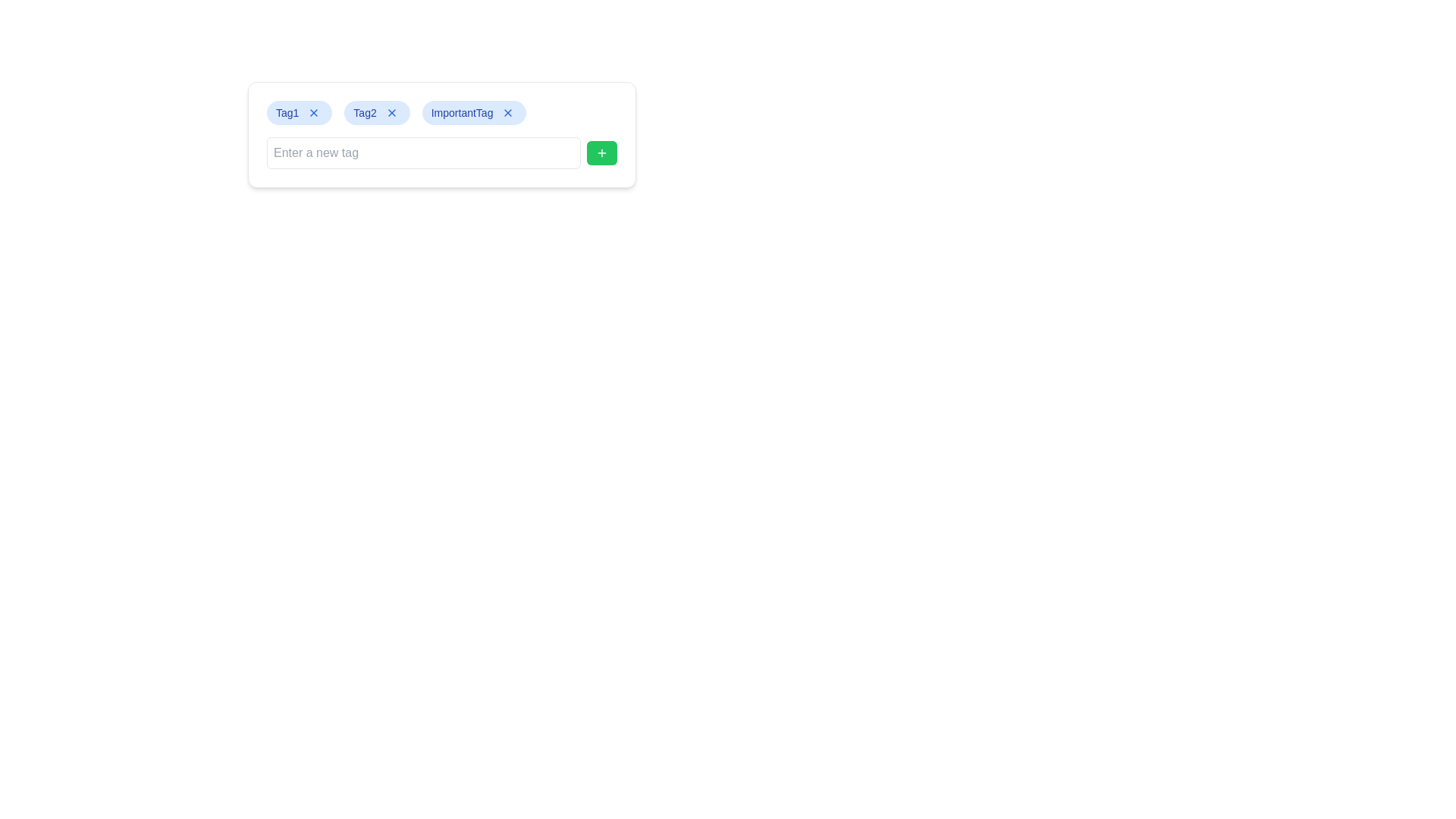 This screenshot has height=819, width=1456. What do you see at coordinates (508, 112) in the screenshot?
I see `the icon button located at the top-right corner of the 'ImportantTag' chip` at bounding box center [508, 112].